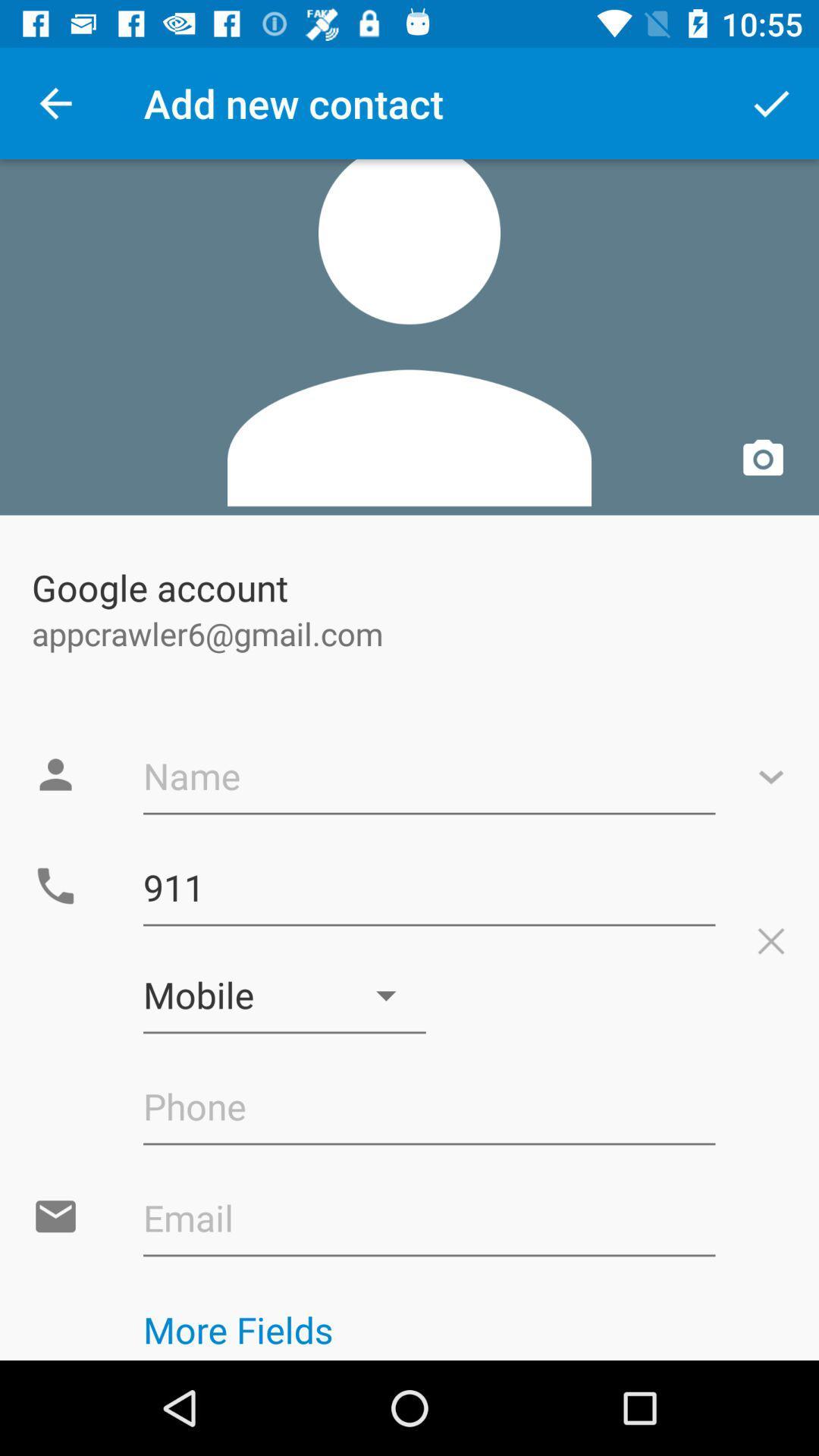 The image size is (819, 1456). I want to click on icon shown left to 911, so click(55, 886).